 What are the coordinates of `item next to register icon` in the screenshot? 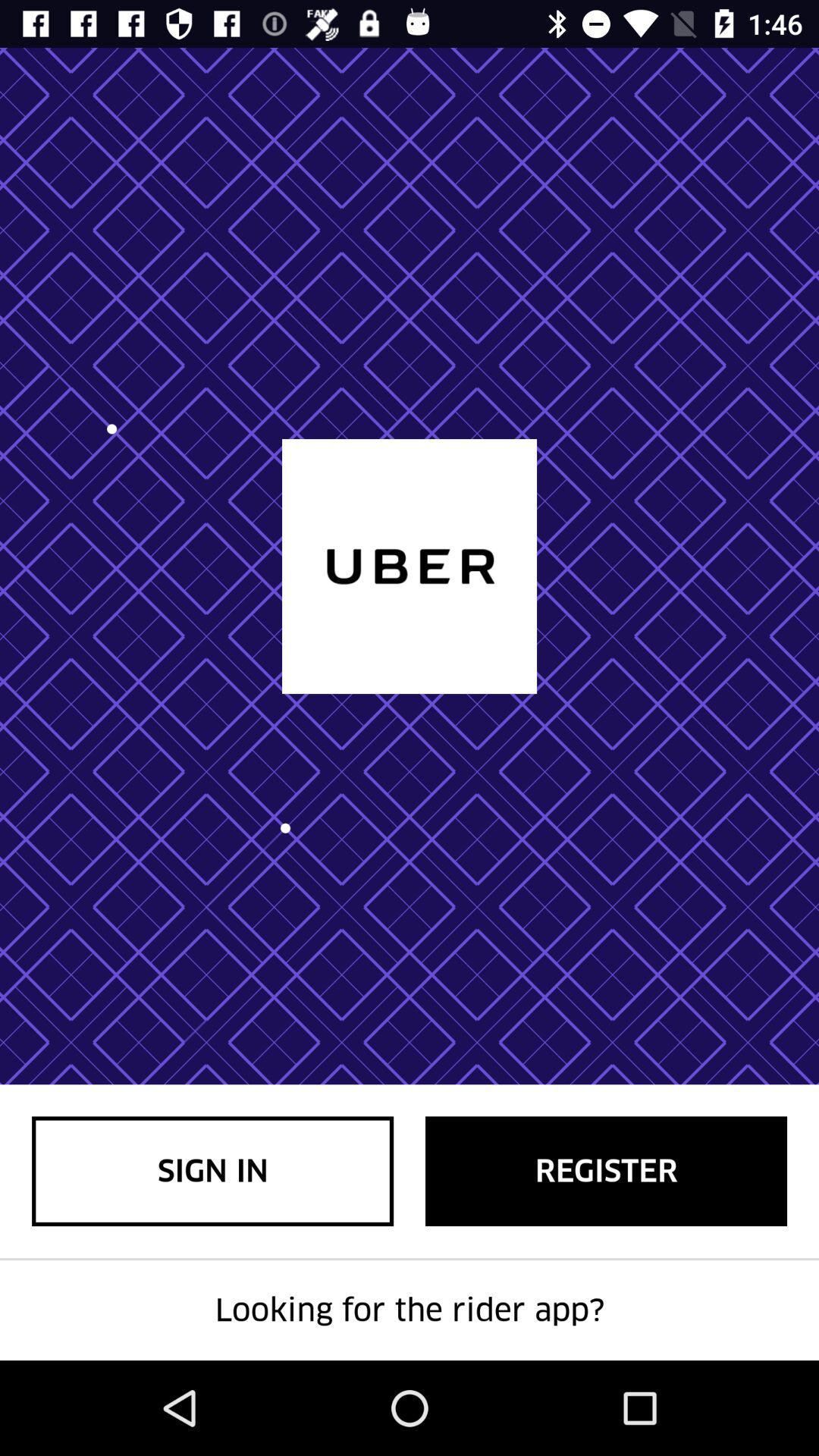 It's located at (212, 1170).